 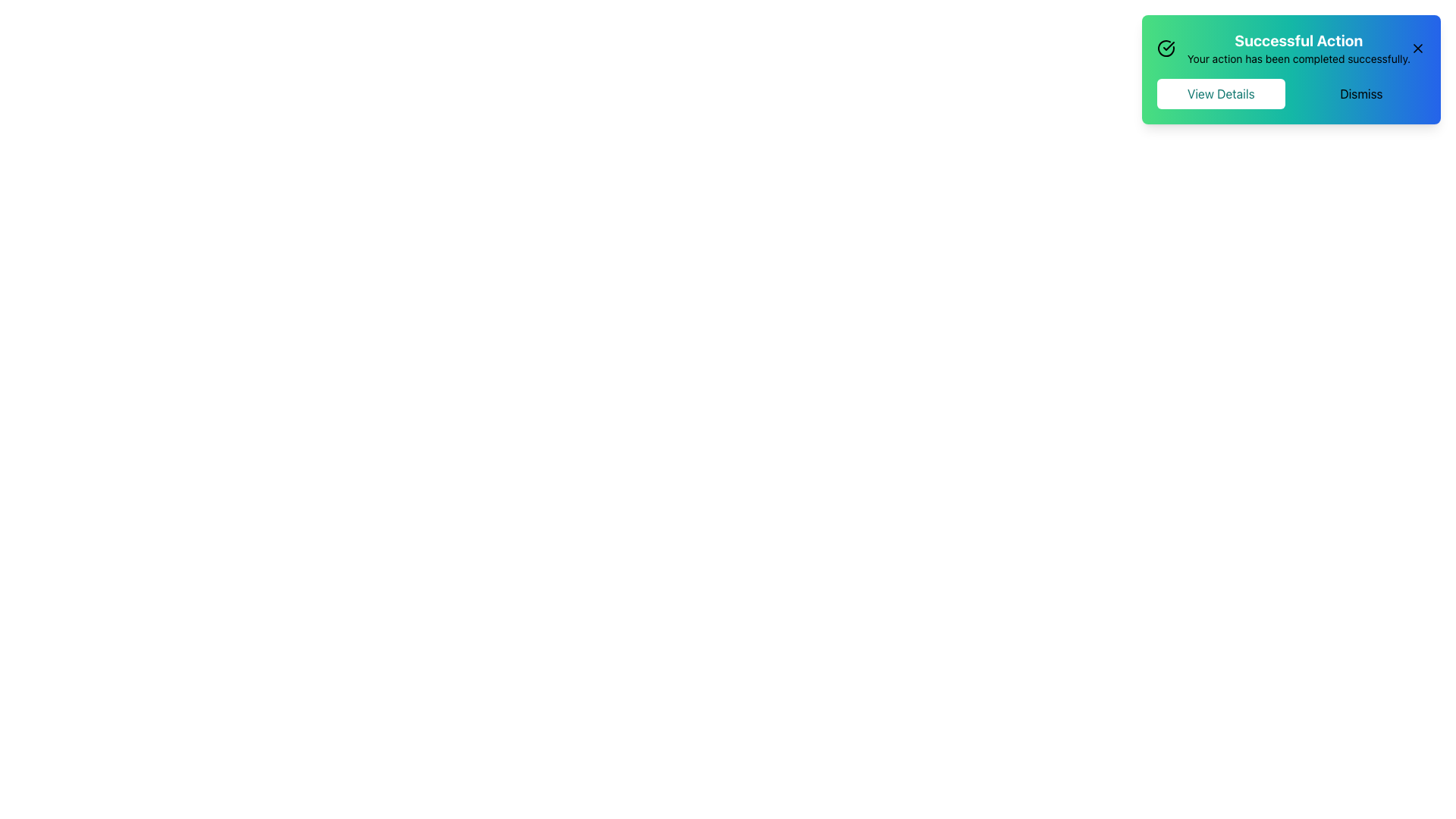 What do you see at coordinates (1165, 48) in the screenshot?
I see `the circular check icon with a green outline and checkmark symbol, located to the left of the 'Successful Action' text in the notification banner` at bounding box center [1165, 48].